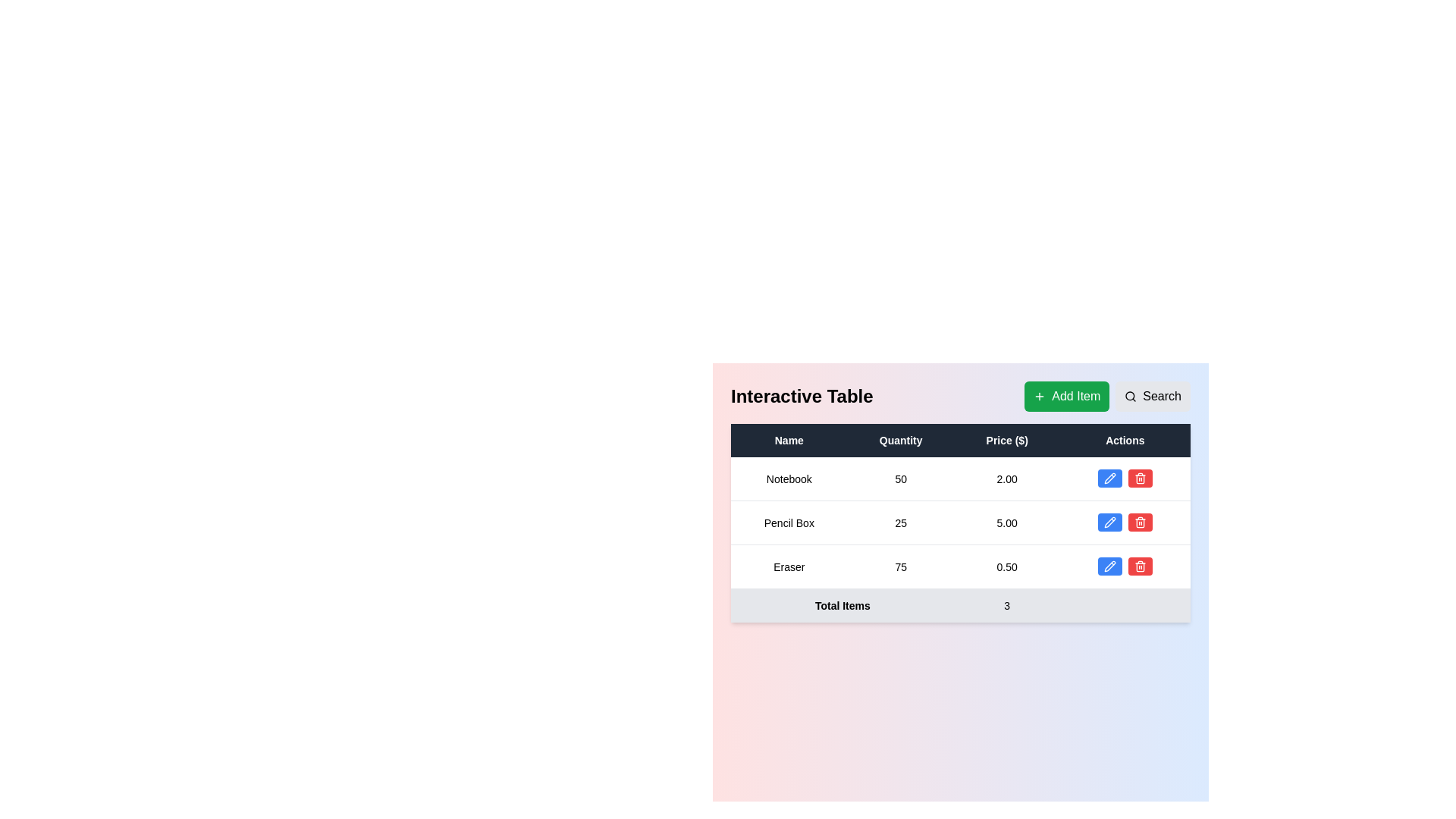  Describe the element at coordinates (789, 522) in the screenshot. I see `the text label displaying 'Pencil Box', which is located` at that location.